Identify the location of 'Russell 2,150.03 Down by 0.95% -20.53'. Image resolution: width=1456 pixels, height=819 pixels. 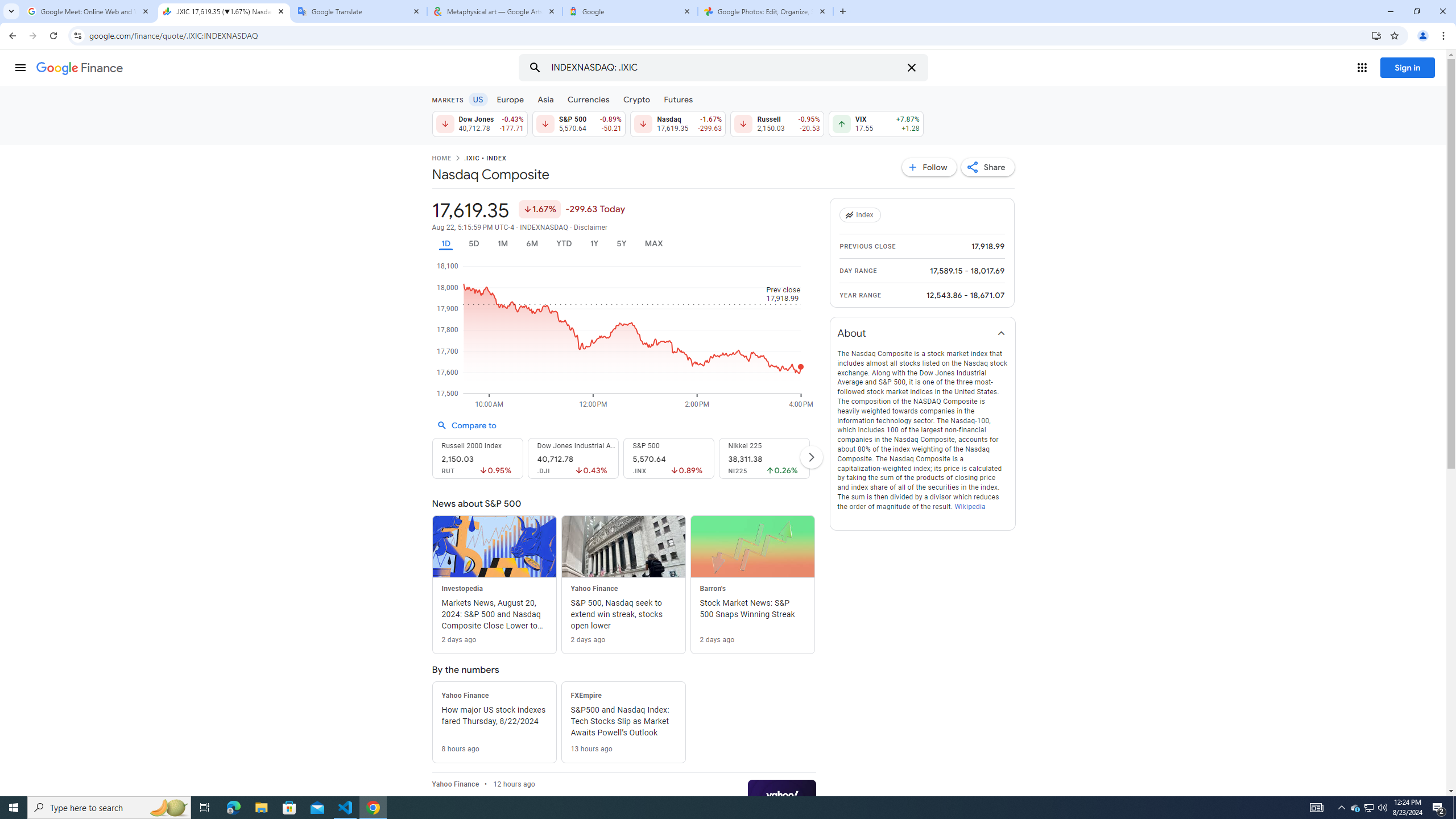
(777, 123).